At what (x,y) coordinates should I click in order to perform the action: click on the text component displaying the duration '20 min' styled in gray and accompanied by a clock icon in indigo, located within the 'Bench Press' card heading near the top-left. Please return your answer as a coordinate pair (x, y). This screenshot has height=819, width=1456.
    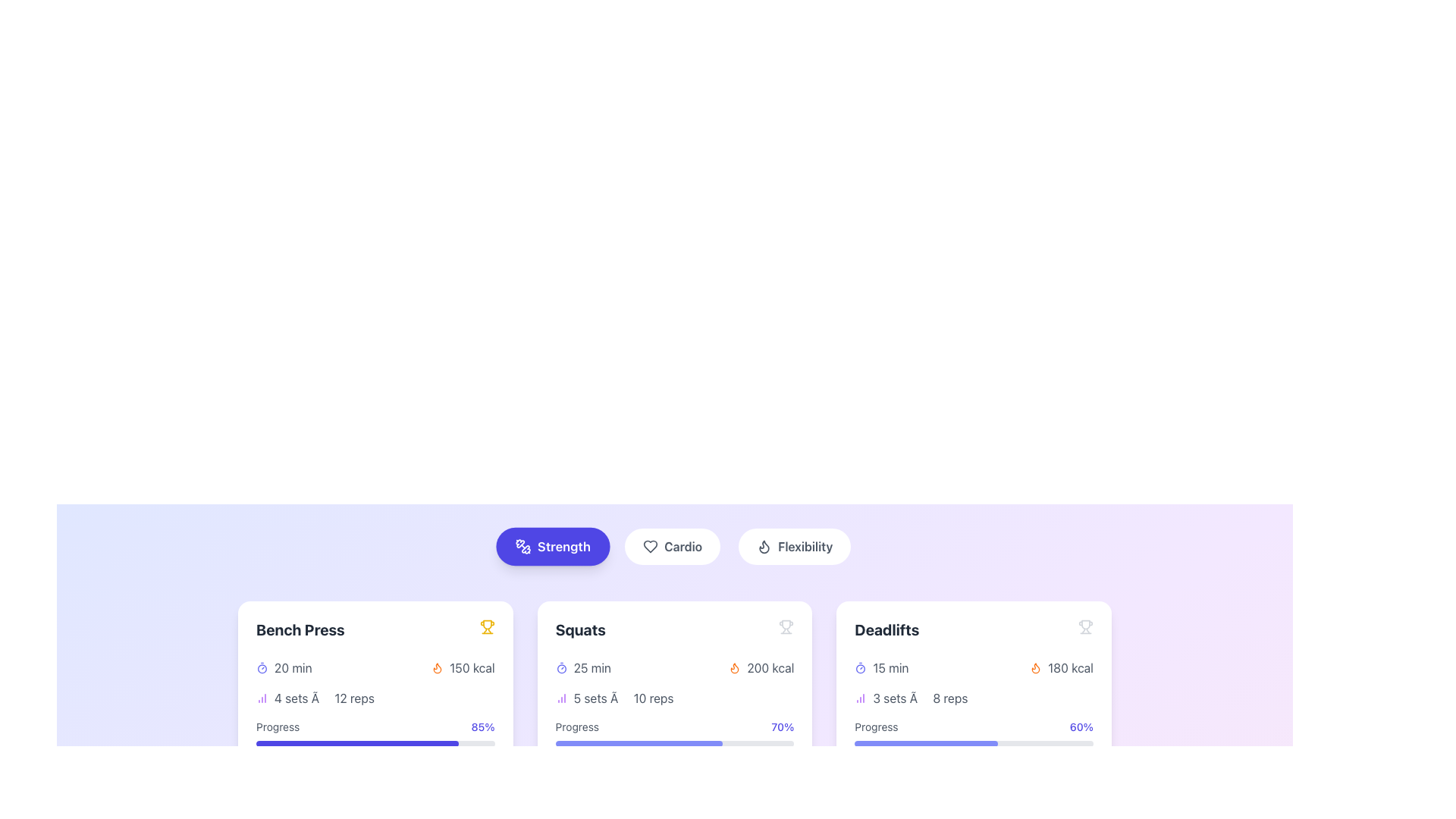
    Looking at the image, I should click on (284, 667).